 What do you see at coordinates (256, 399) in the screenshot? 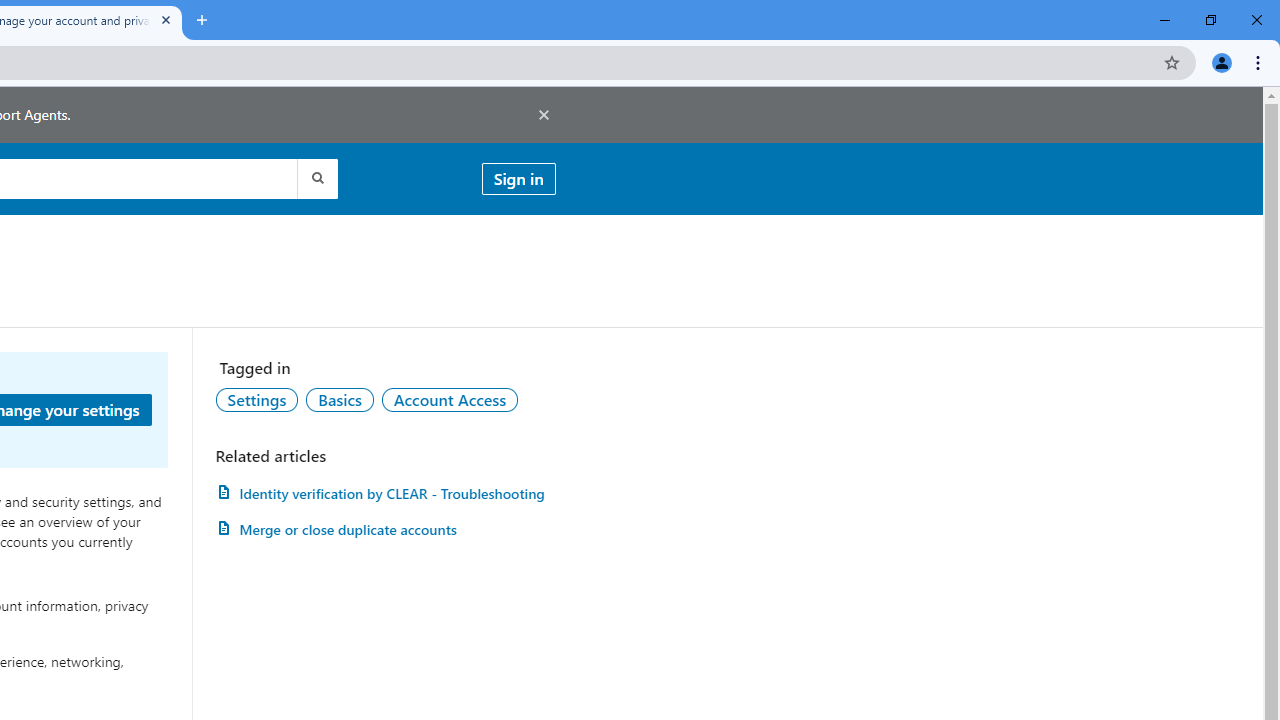
I see `'Settings'` at bounding box center [256, 399].